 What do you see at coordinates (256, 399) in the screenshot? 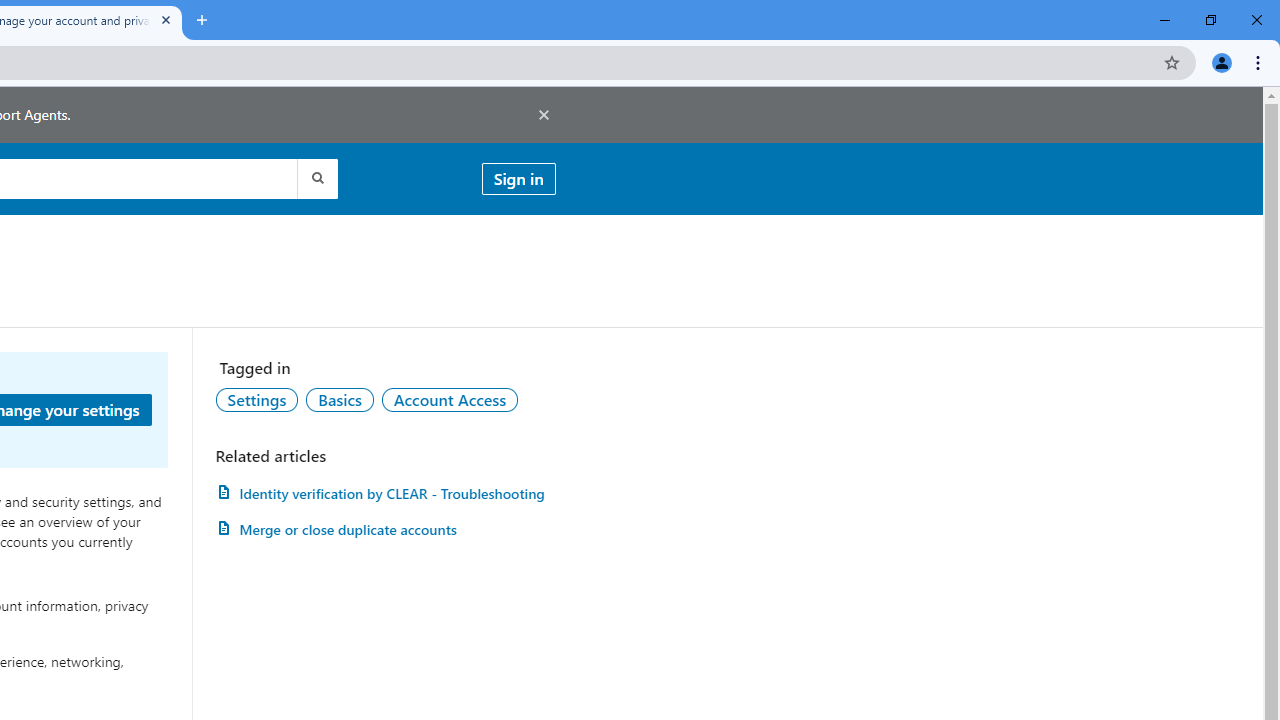
I see `'Settings'` at bounding box center [256, 399].